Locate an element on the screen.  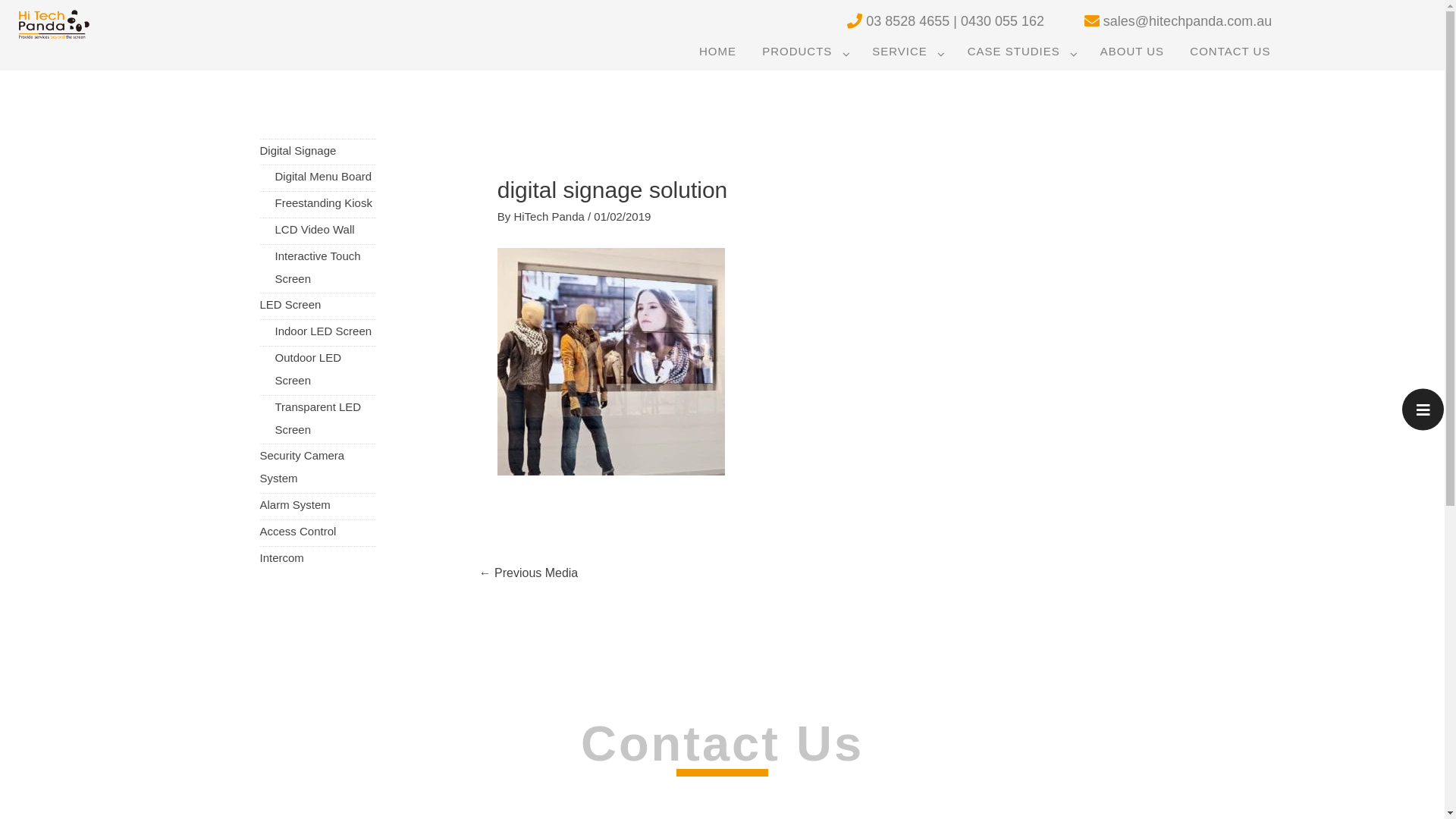
'Digital Menu Board' is located at coordinates (322, 175).